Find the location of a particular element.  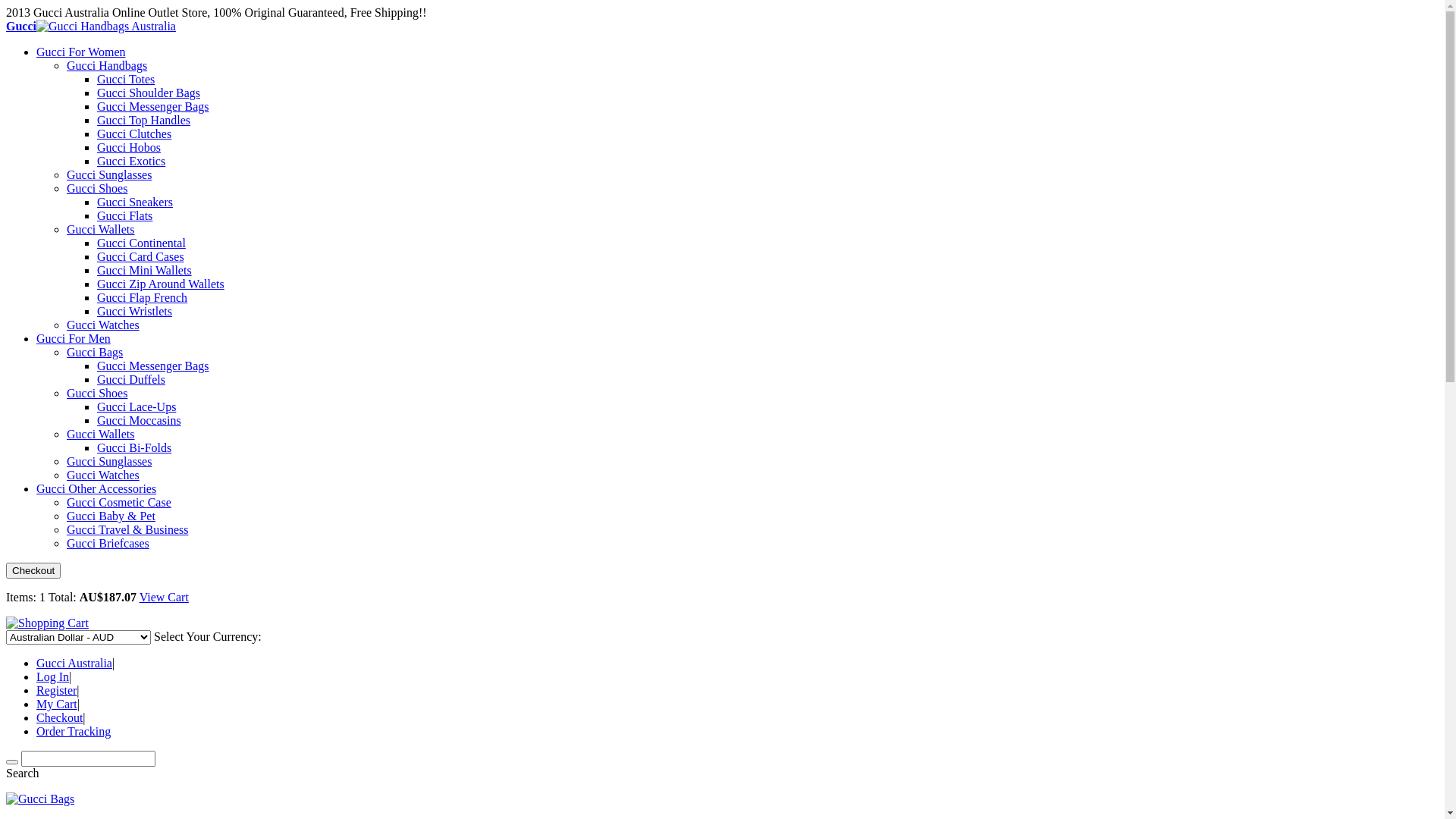

'Gucci Zip Around Wallets' is located at coordinates (160, 284).